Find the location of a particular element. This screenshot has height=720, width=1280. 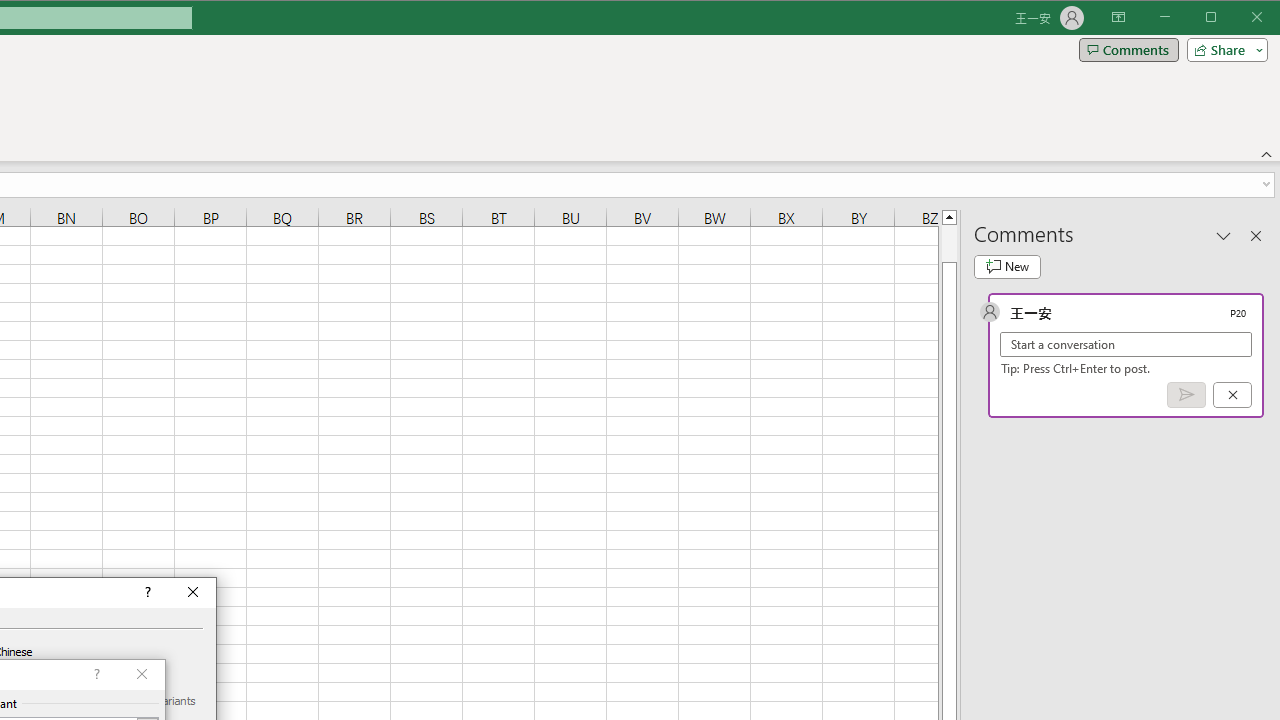

'Context help' is located at coordinates (145, 591).